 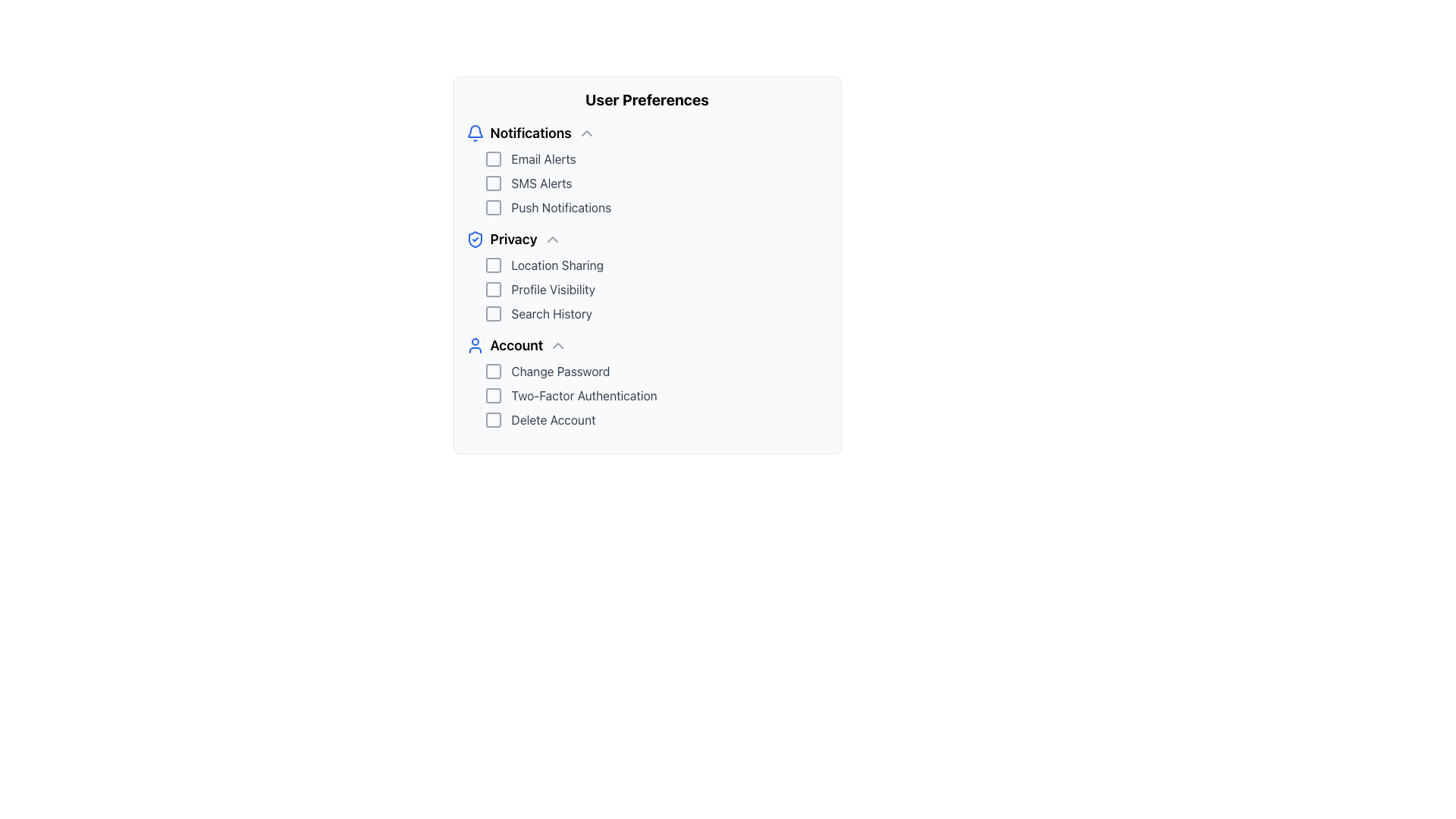 I want to click on the checkbox for the 'Change Password' option in the collapsible 'Account' section of the 'User Preferences' interface, so click(x=647, y=381).